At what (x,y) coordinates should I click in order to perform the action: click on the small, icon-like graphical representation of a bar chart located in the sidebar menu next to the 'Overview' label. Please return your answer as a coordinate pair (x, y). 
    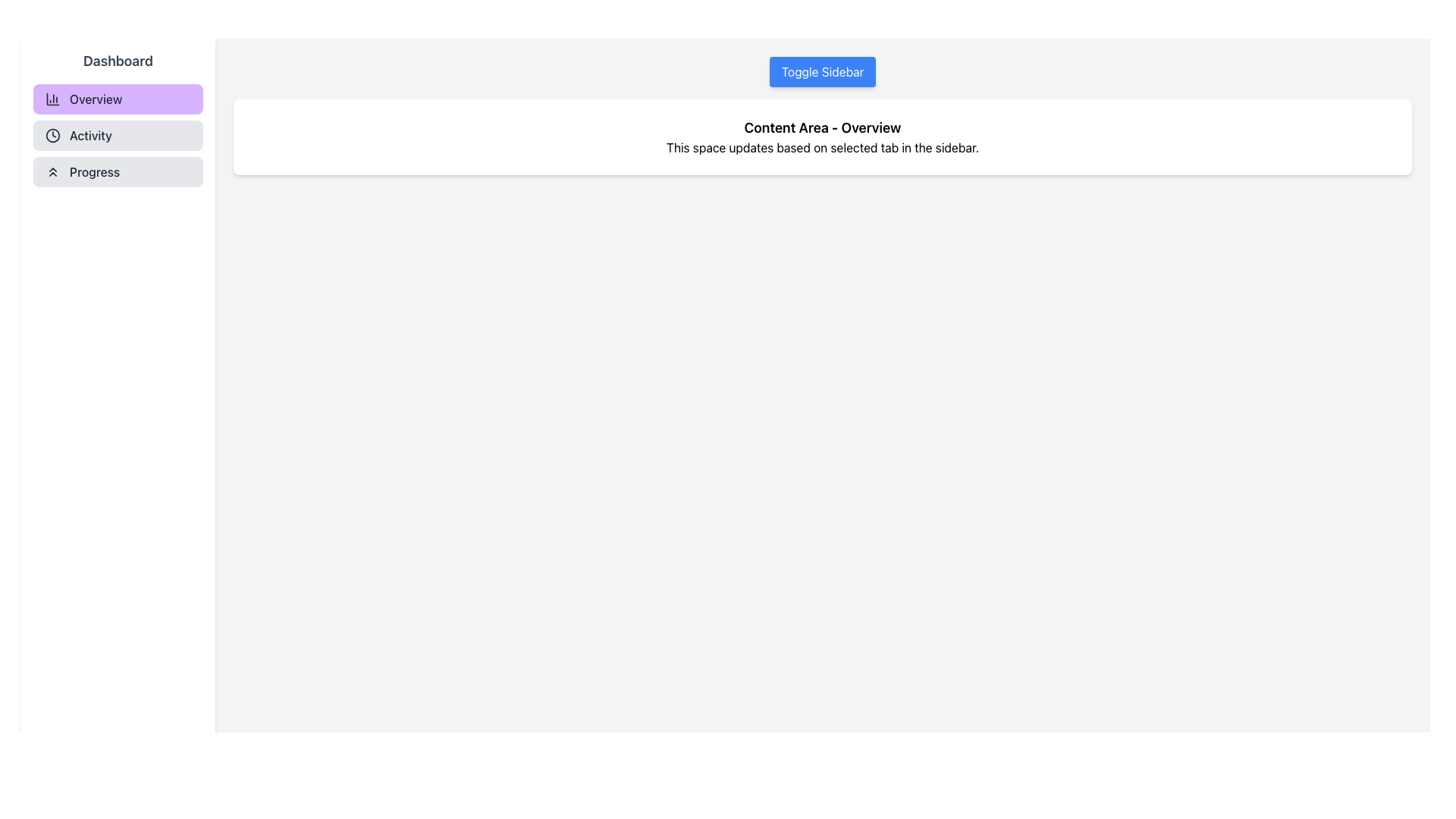
    Looking at the image, I should click on (53, 99).